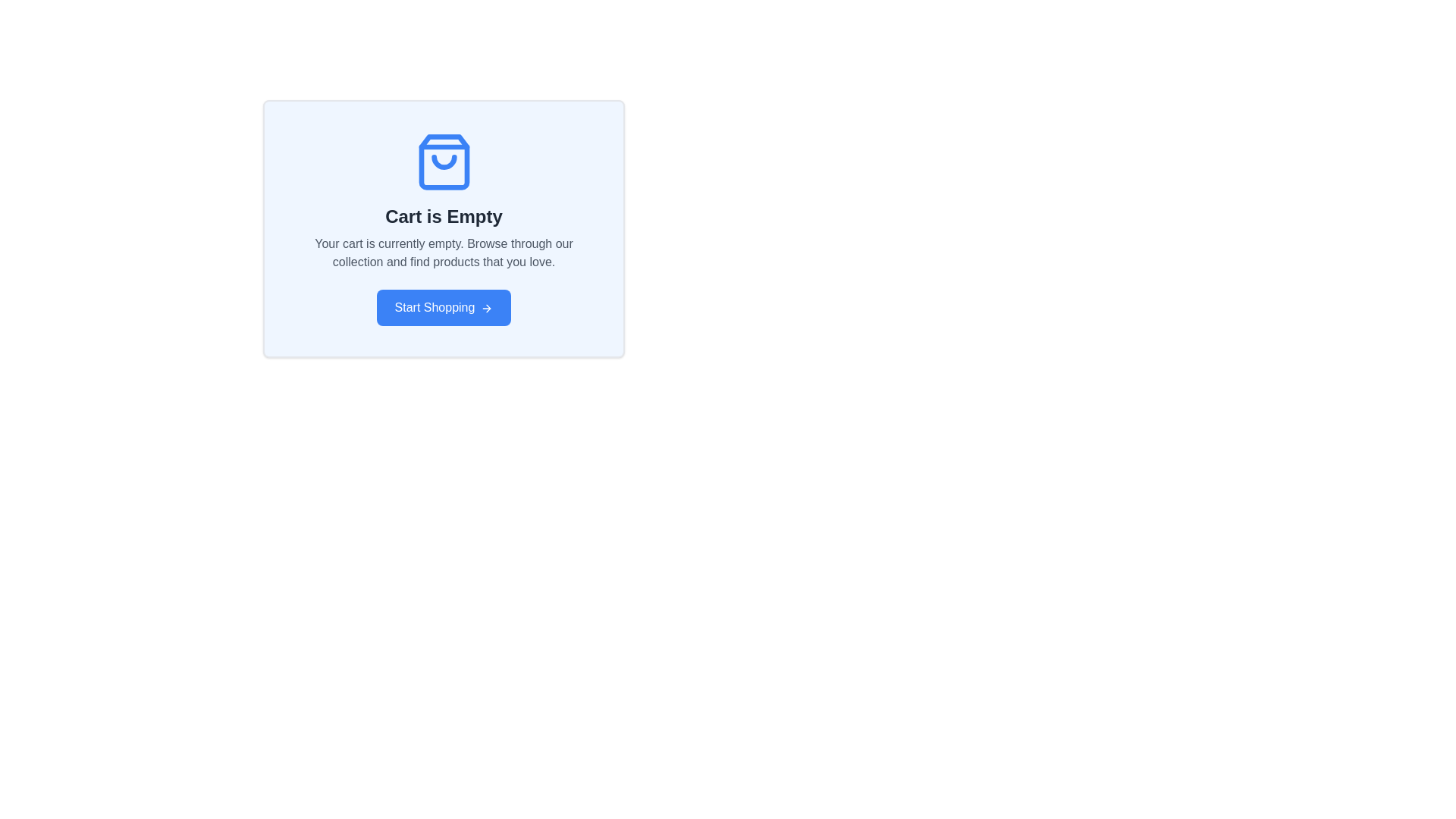 This screenshot has height=819, width=1456. Describe the element at coordinates (443, 253) in the screenshot. I see `the text block displaying the message 'Your cart is currently empty. Browse through our collection and find products that you love.' which is located below the 'Cart is Empty' heading and above the 'Start Shopping' button` at that location.